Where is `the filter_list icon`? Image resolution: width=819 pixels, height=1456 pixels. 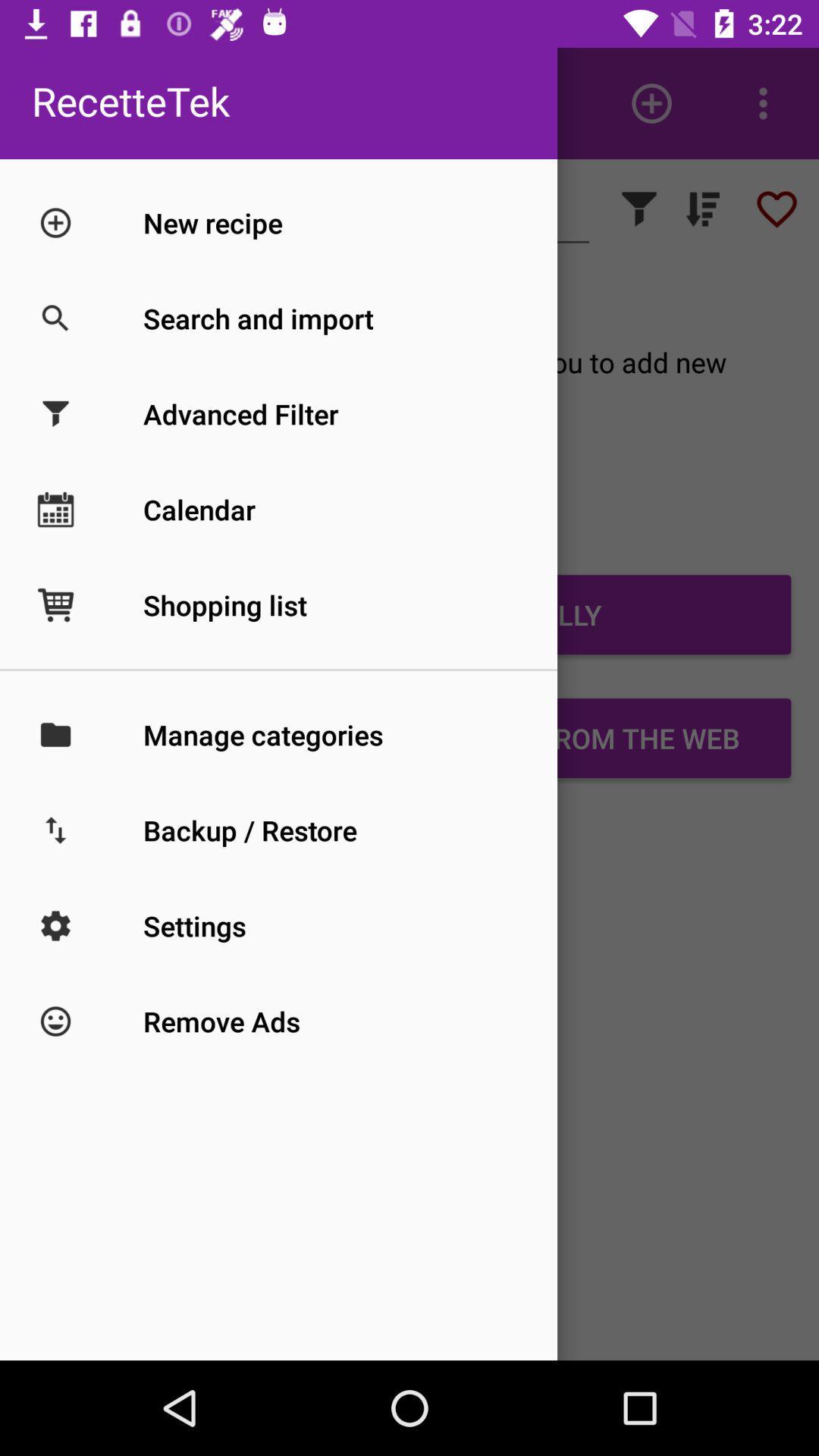 the filter_list icon is located at coordinates (702, 208).